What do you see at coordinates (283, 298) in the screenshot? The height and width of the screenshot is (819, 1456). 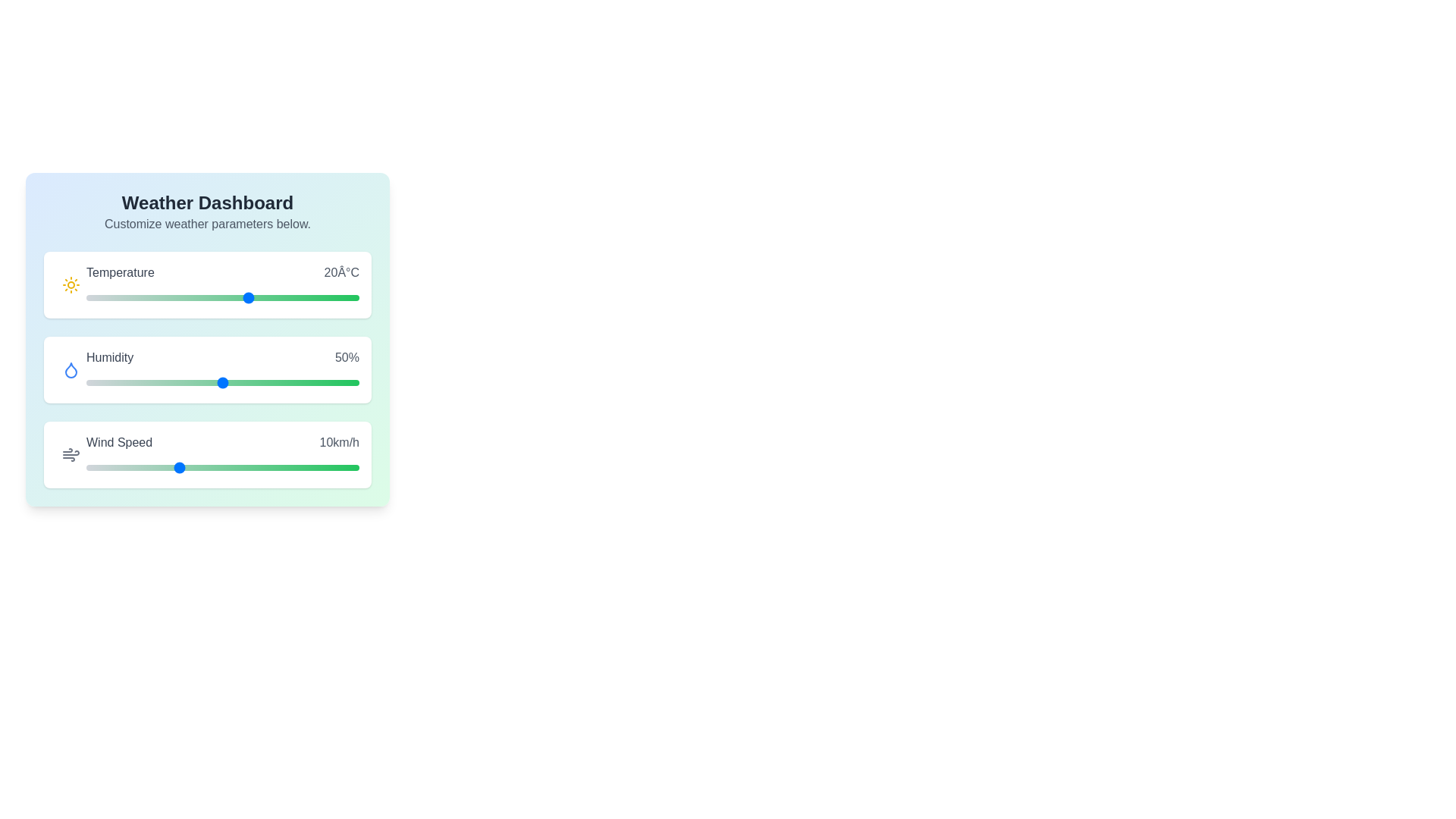 I see `the temperature slider to 26°C` at bounding box center [283, 298].